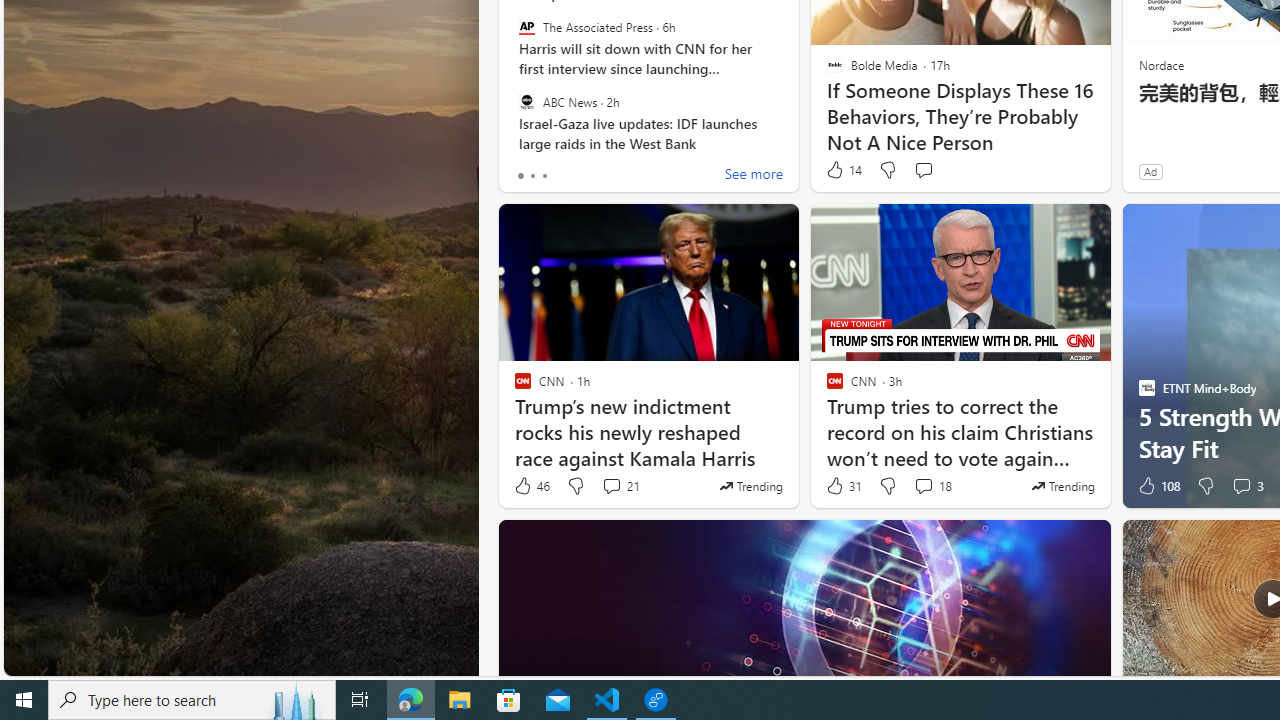  I want to click on 'tab-2', so click(544, 175).